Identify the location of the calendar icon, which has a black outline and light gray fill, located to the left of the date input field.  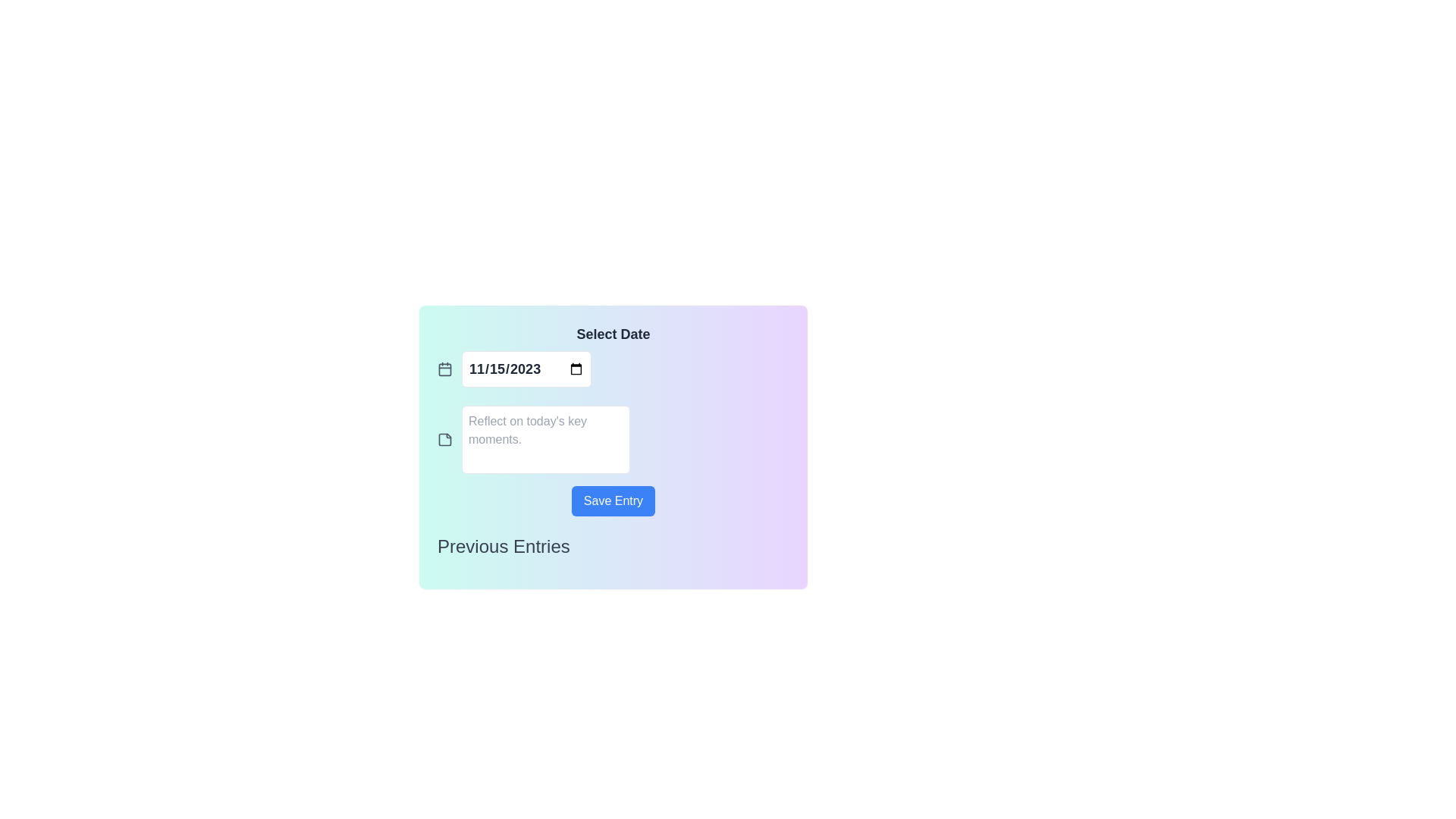
(444, 369).